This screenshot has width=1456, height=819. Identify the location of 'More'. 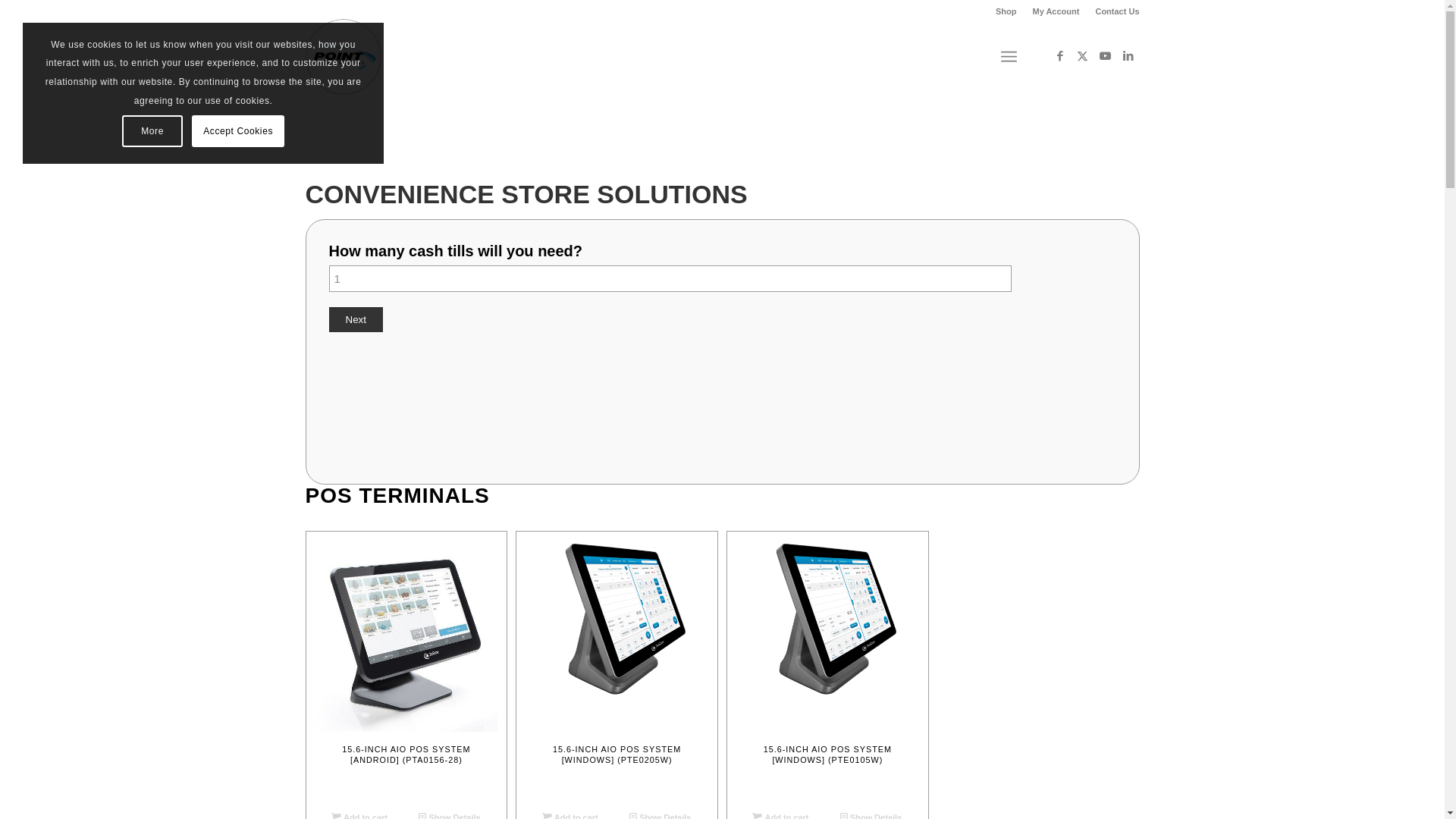
(152, 130).